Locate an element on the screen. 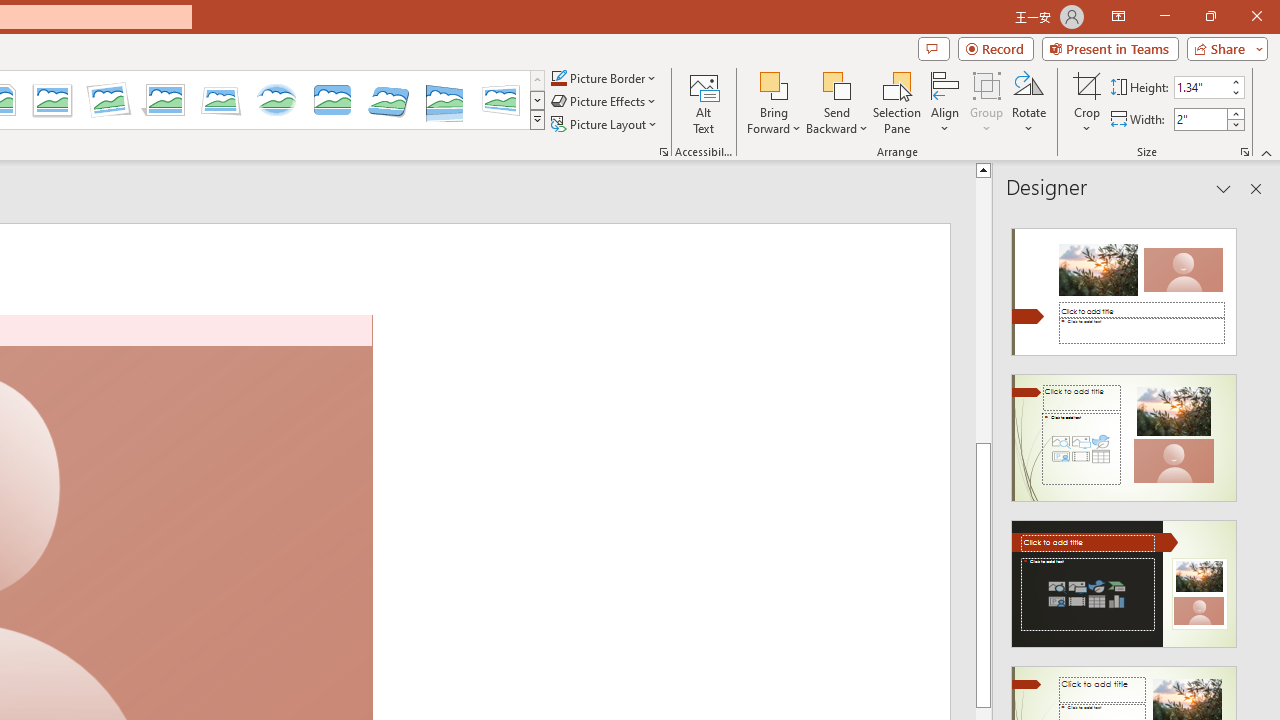 The height and width of the screenshot is (720, 1280). 'Picture...' is located at coordinates (663, 150).